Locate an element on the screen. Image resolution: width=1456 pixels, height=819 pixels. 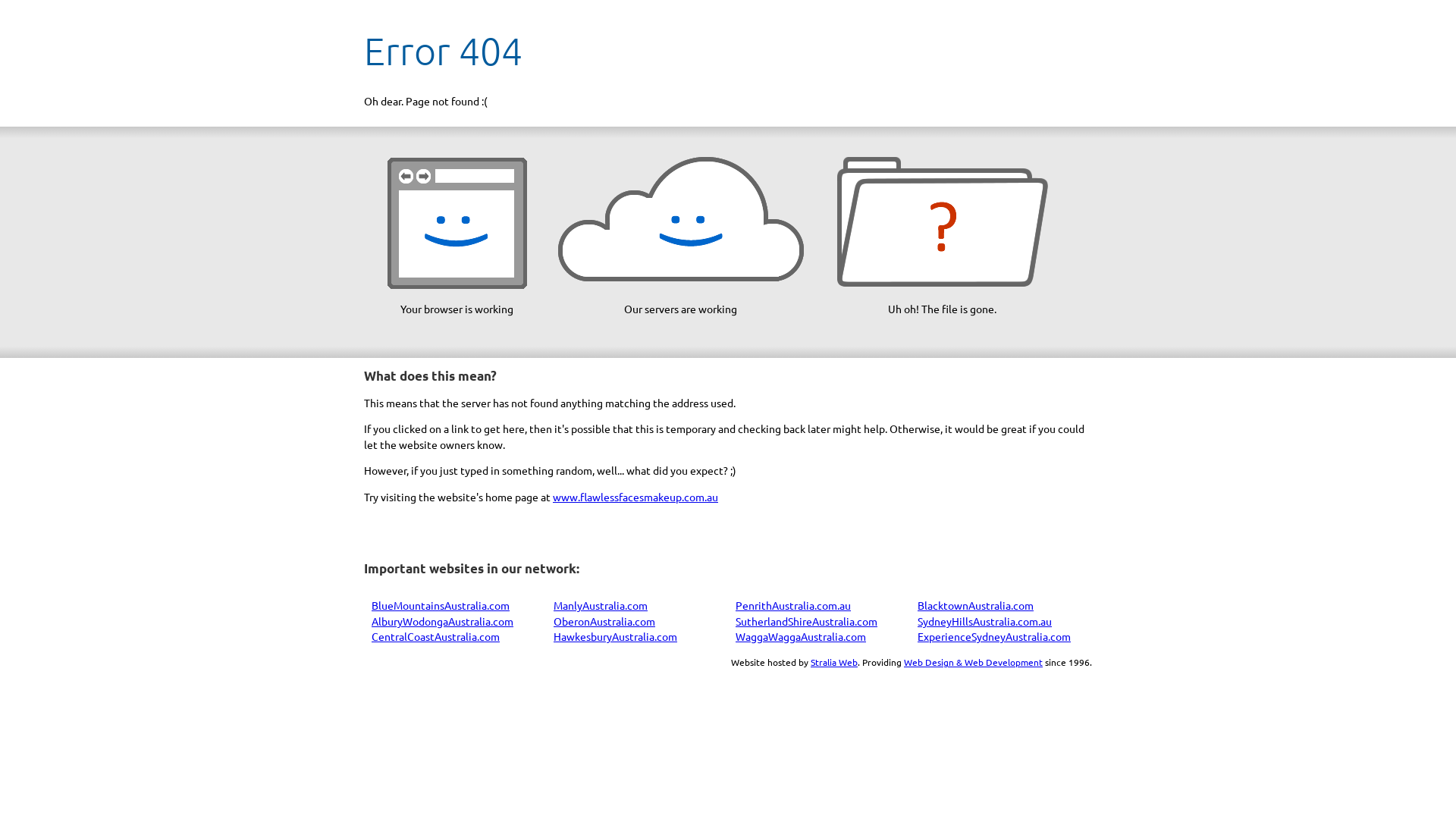
'SutherlandShireAustralia.com' is located at coordinates (735, 620).